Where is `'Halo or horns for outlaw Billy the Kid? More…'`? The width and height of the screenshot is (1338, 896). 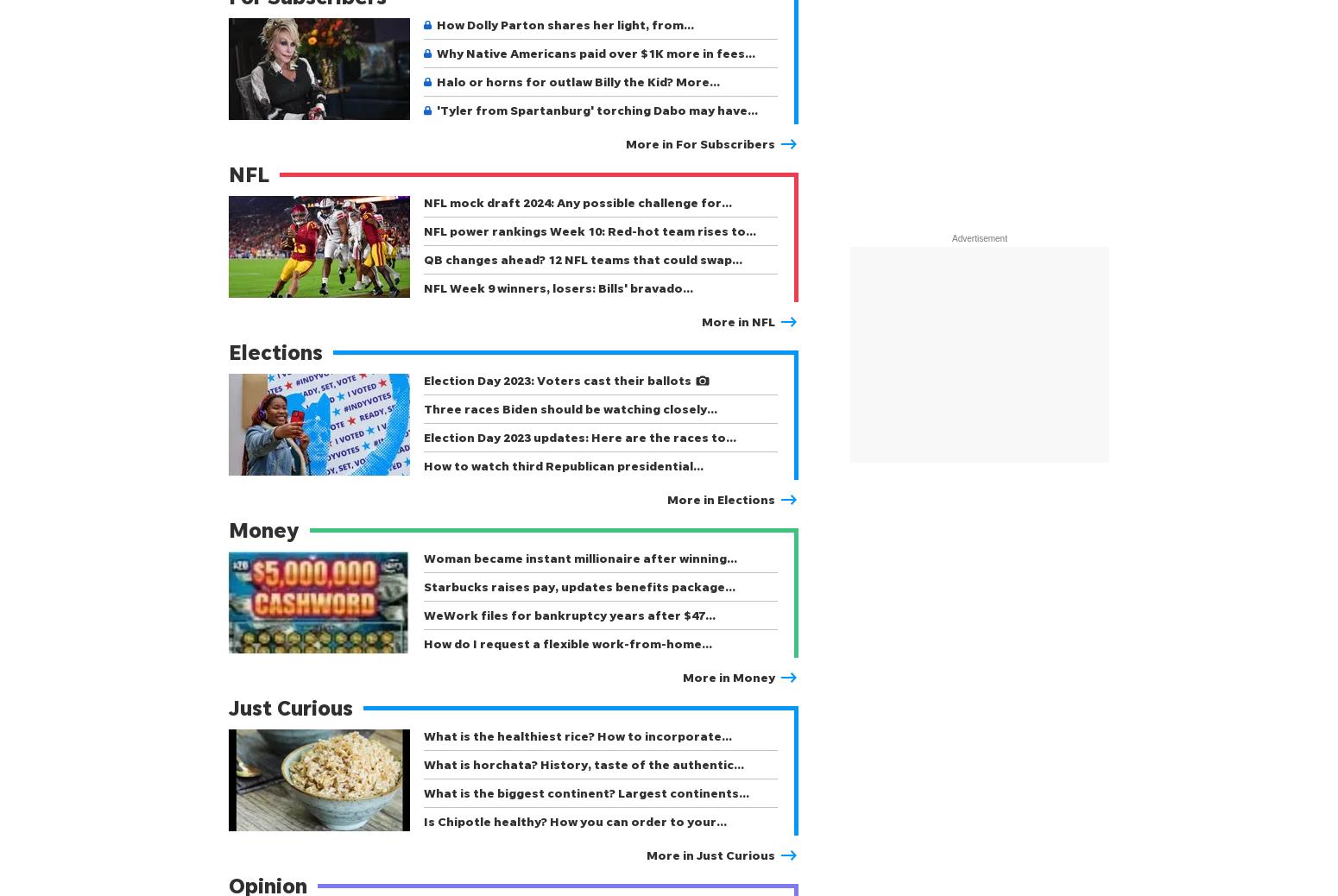 'Halo or horns for outlaw Billy the Kid? More…' is located at coordinates (577, 80).